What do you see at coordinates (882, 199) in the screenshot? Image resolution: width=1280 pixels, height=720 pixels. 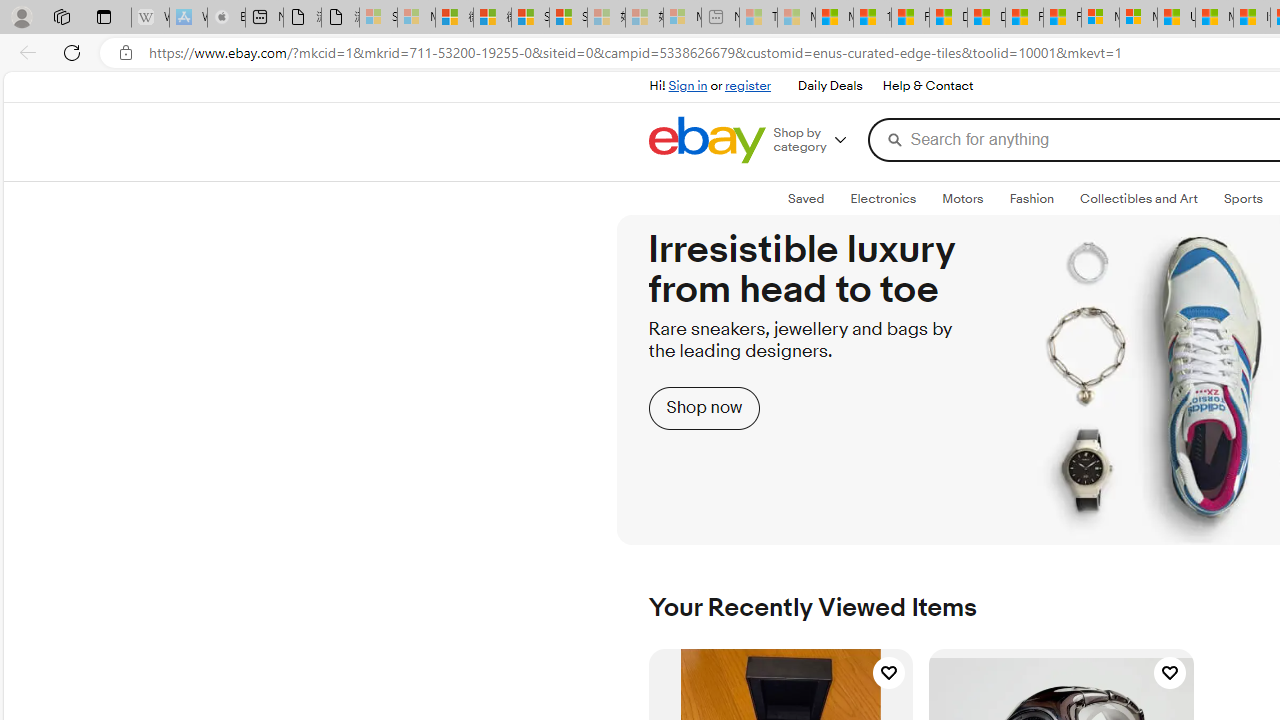 I see `'Electronics'` at bounding box center [882, 199].